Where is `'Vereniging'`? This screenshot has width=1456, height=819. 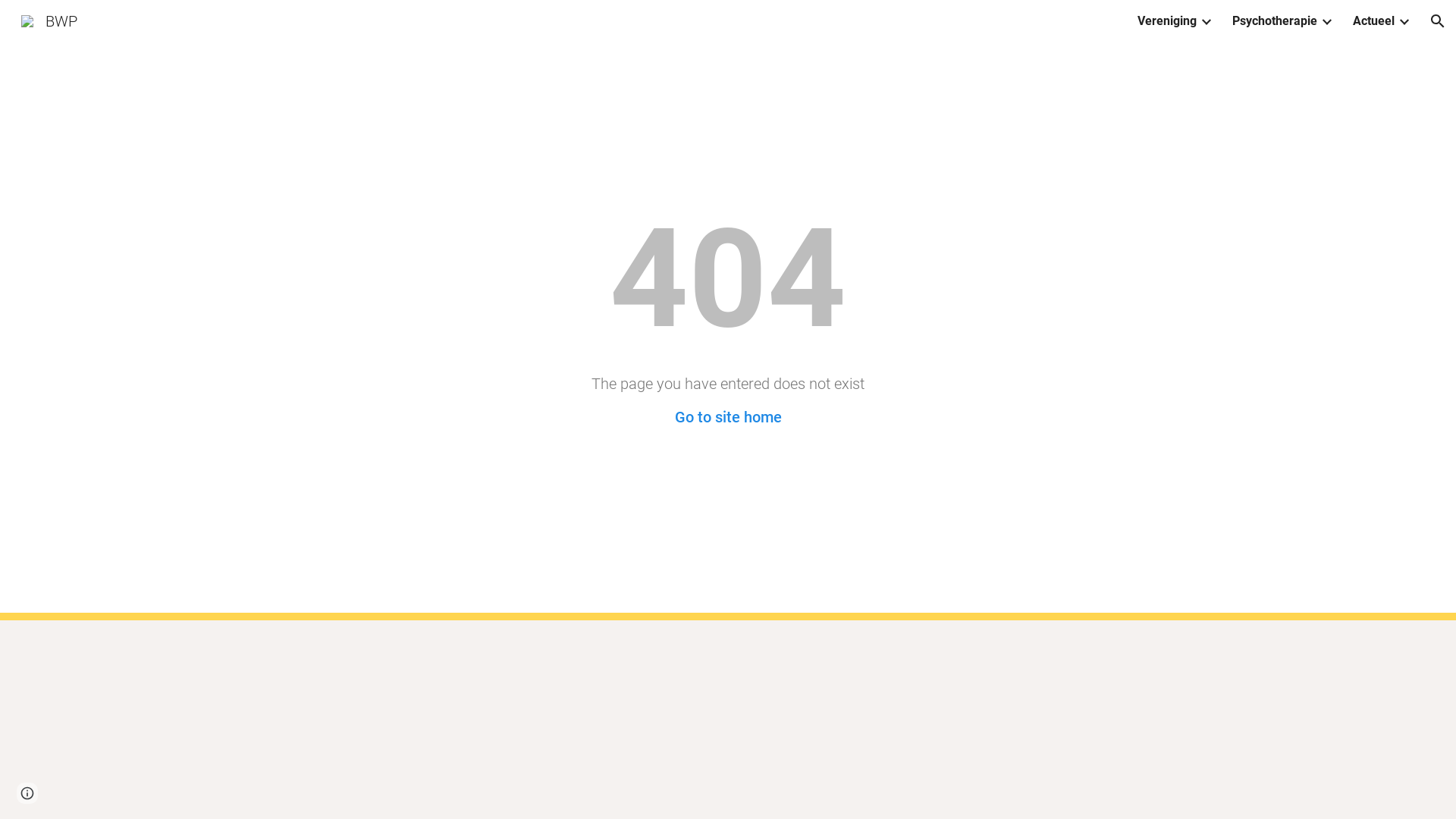 'Vereniging' is located at coordinates (1166, 20).